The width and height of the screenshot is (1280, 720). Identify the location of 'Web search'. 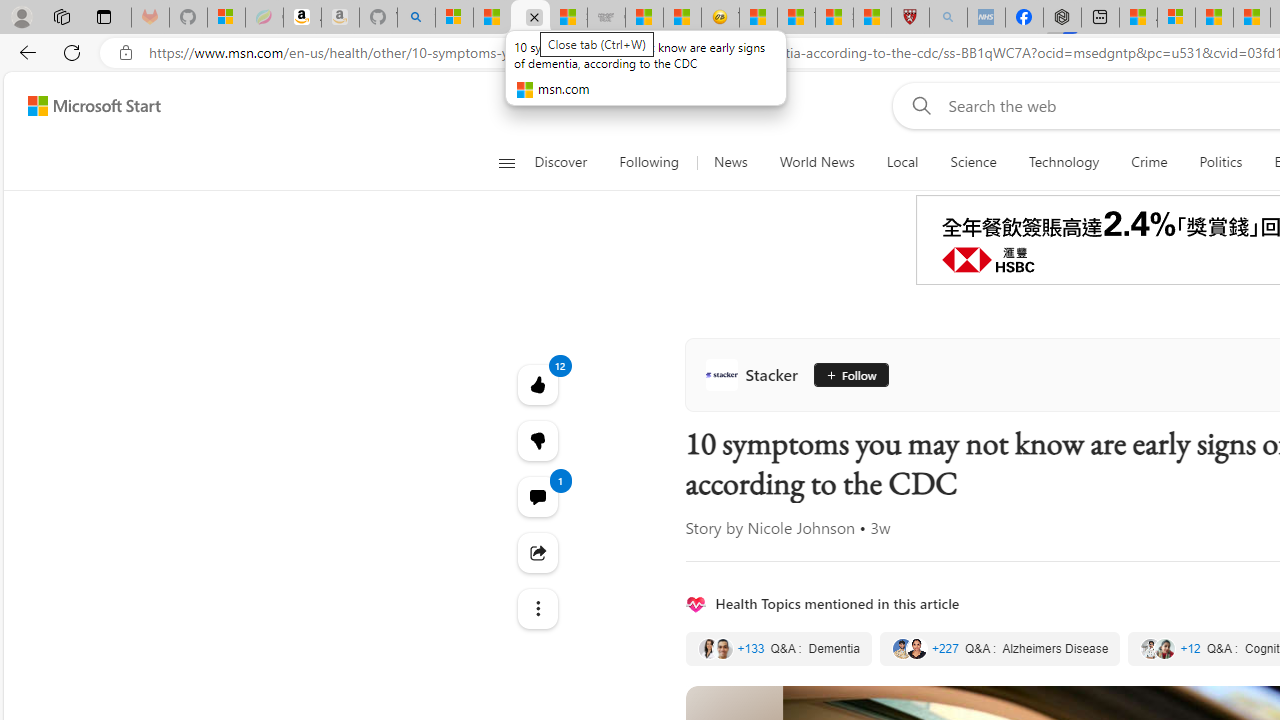
(916, 105).